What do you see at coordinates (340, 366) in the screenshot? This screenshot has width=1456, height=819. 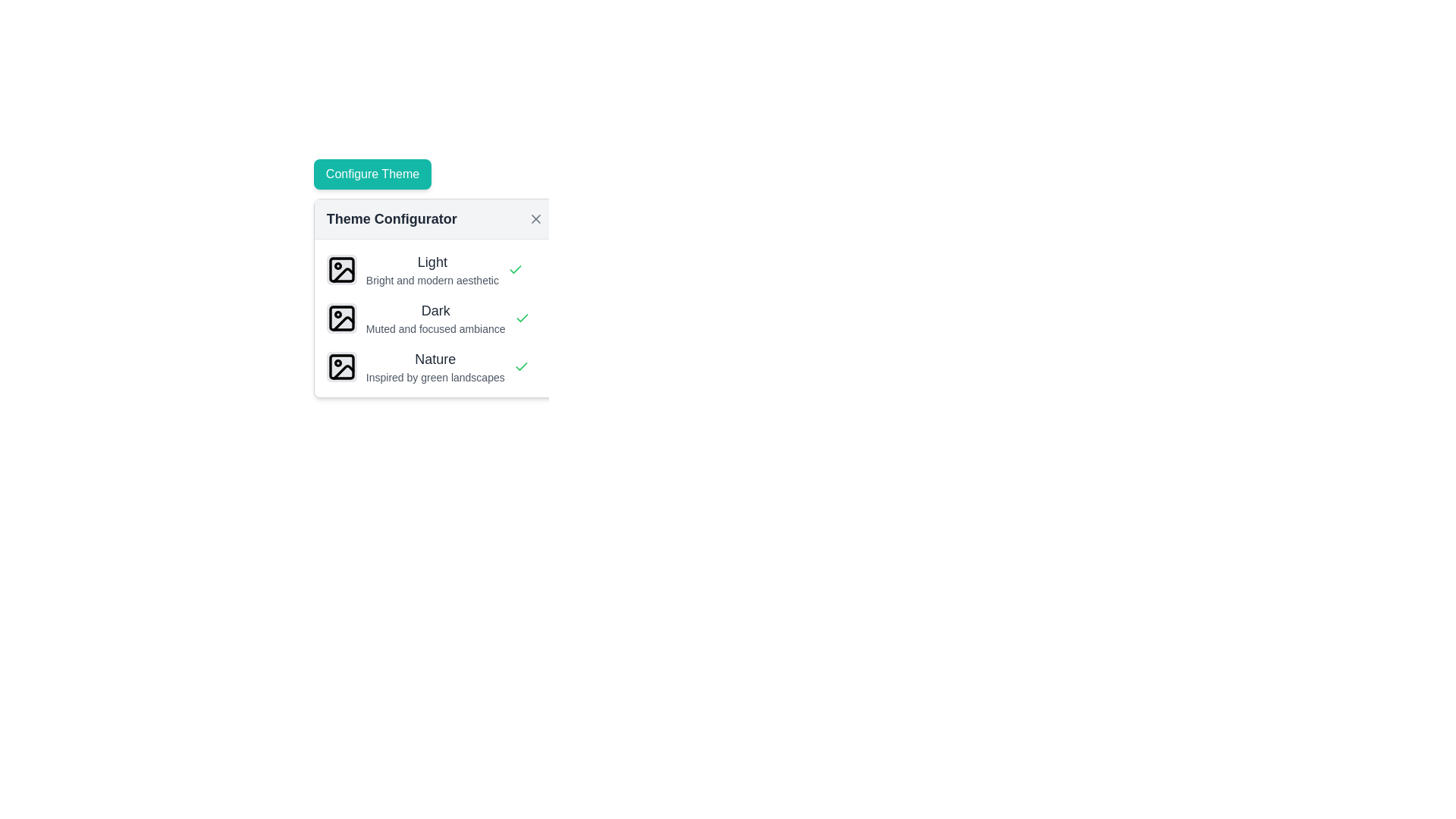 I see `the 'Nature' theme graphical icon, which is the first item in the list of theme options, located to the left of the text 'Nature' and above 'Inspired by green landscapes'` at bounding box center [340, 366].